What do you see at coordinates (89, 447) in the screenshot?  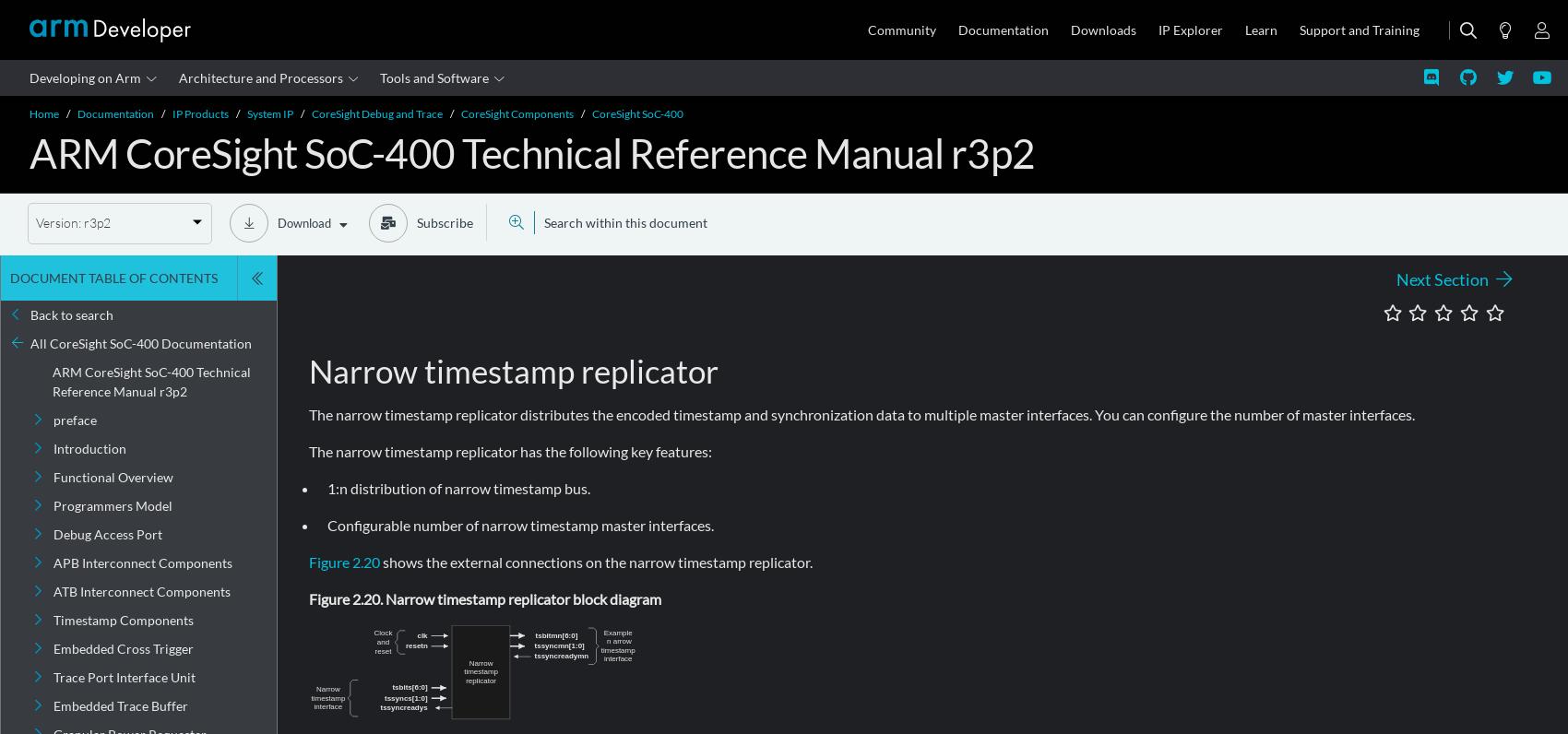 I see `'Introduction'` at bounding box center [89, 447].